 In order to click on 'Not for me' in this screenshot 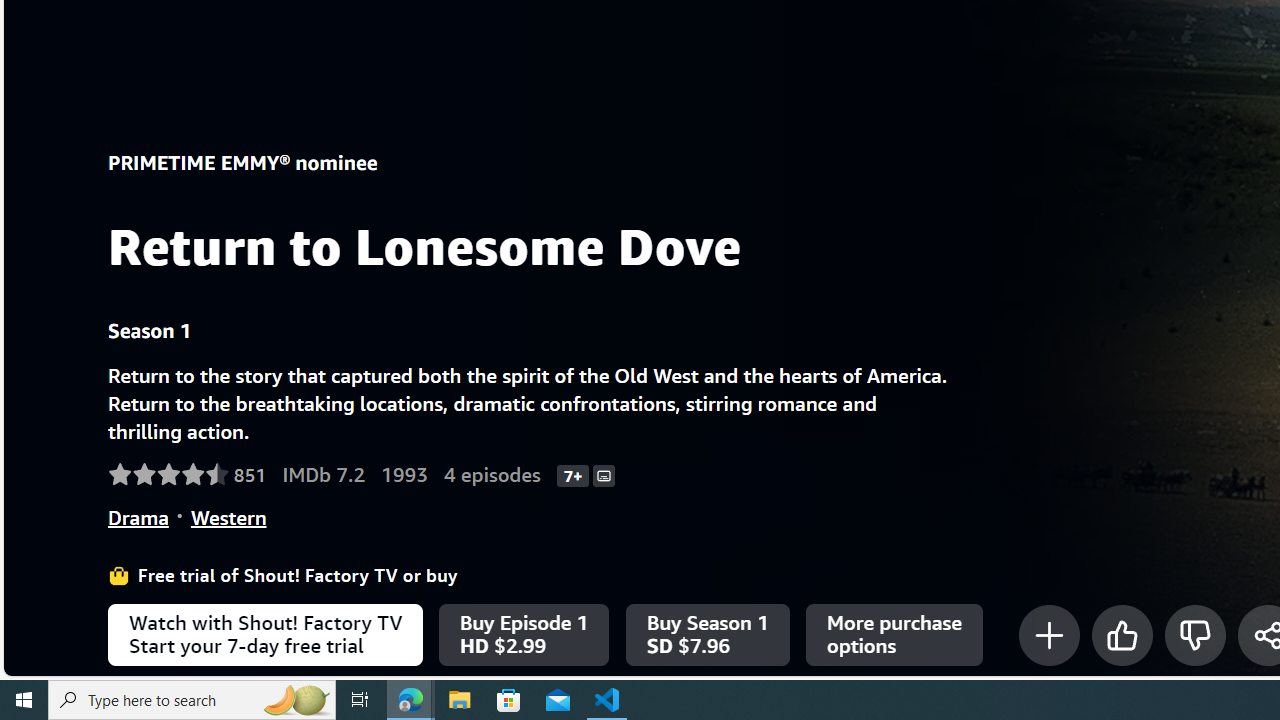, I will do `click(1194, 635)`.